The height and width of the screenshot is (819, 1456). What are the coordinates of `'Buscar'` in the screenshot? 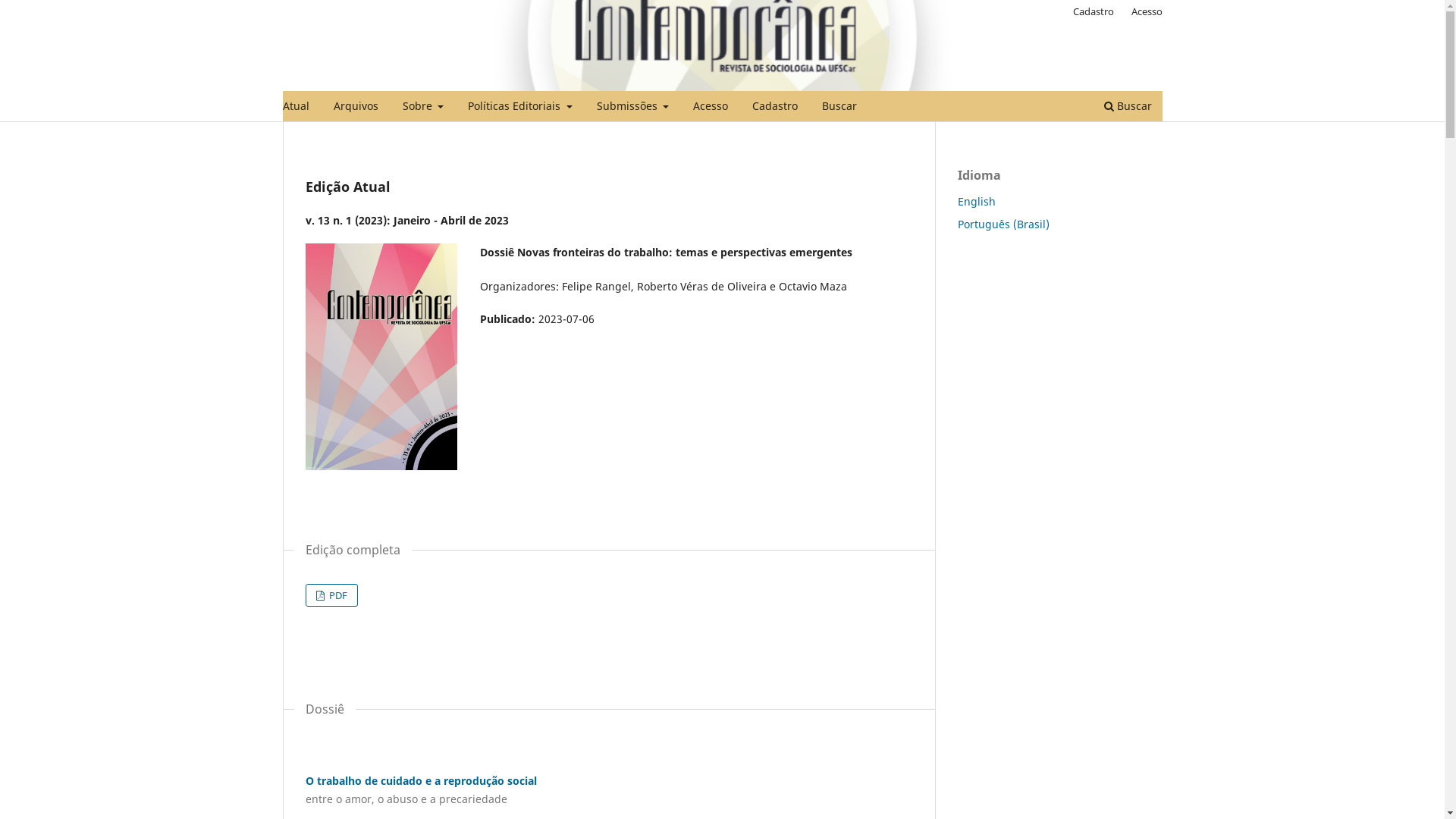 It's located at (1127, 107).